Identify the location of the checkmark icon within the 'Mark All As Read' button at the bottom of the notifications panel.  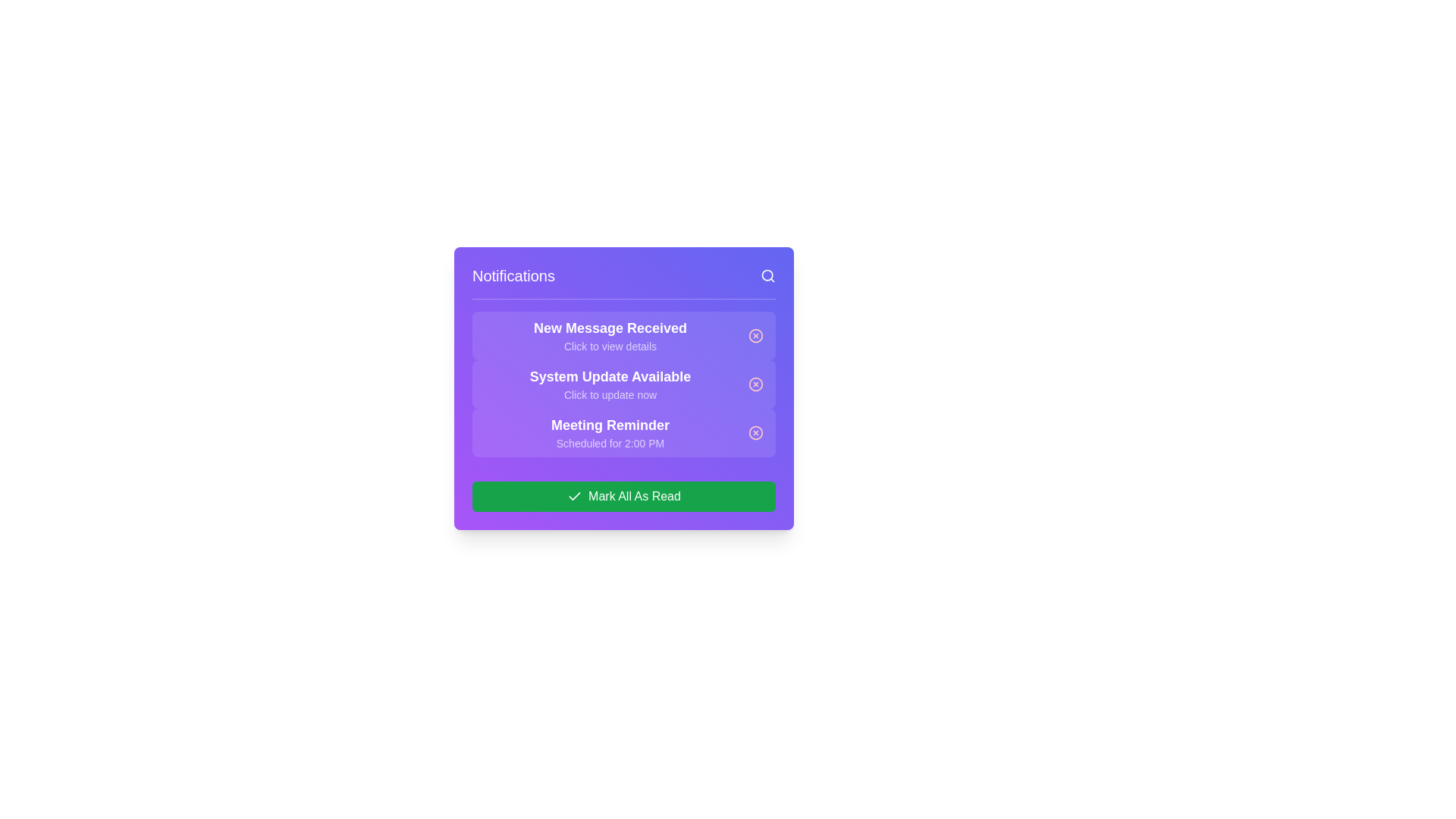
(574, 496).